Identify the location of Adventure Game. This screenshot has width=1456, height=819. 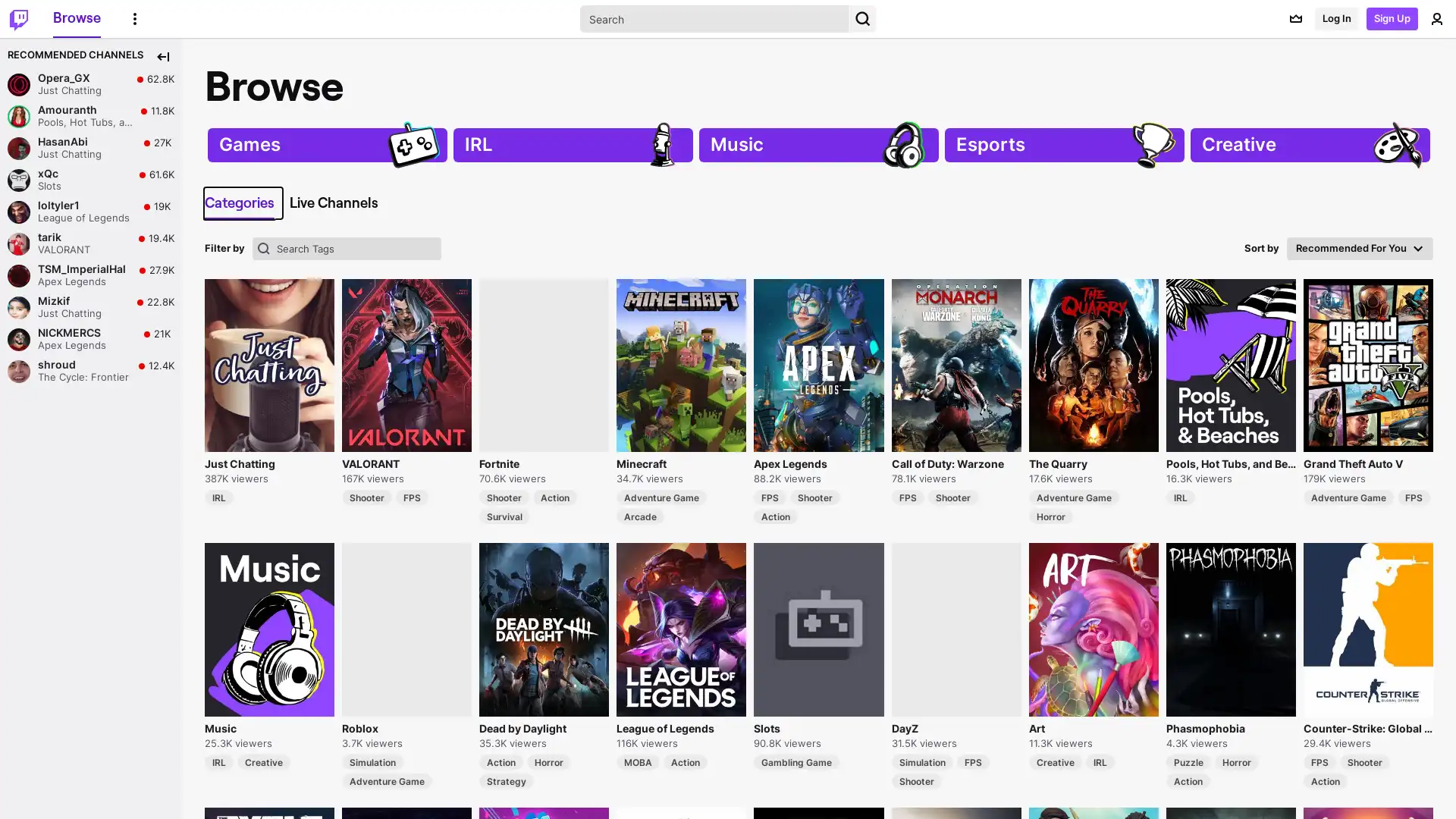
(661, 497).